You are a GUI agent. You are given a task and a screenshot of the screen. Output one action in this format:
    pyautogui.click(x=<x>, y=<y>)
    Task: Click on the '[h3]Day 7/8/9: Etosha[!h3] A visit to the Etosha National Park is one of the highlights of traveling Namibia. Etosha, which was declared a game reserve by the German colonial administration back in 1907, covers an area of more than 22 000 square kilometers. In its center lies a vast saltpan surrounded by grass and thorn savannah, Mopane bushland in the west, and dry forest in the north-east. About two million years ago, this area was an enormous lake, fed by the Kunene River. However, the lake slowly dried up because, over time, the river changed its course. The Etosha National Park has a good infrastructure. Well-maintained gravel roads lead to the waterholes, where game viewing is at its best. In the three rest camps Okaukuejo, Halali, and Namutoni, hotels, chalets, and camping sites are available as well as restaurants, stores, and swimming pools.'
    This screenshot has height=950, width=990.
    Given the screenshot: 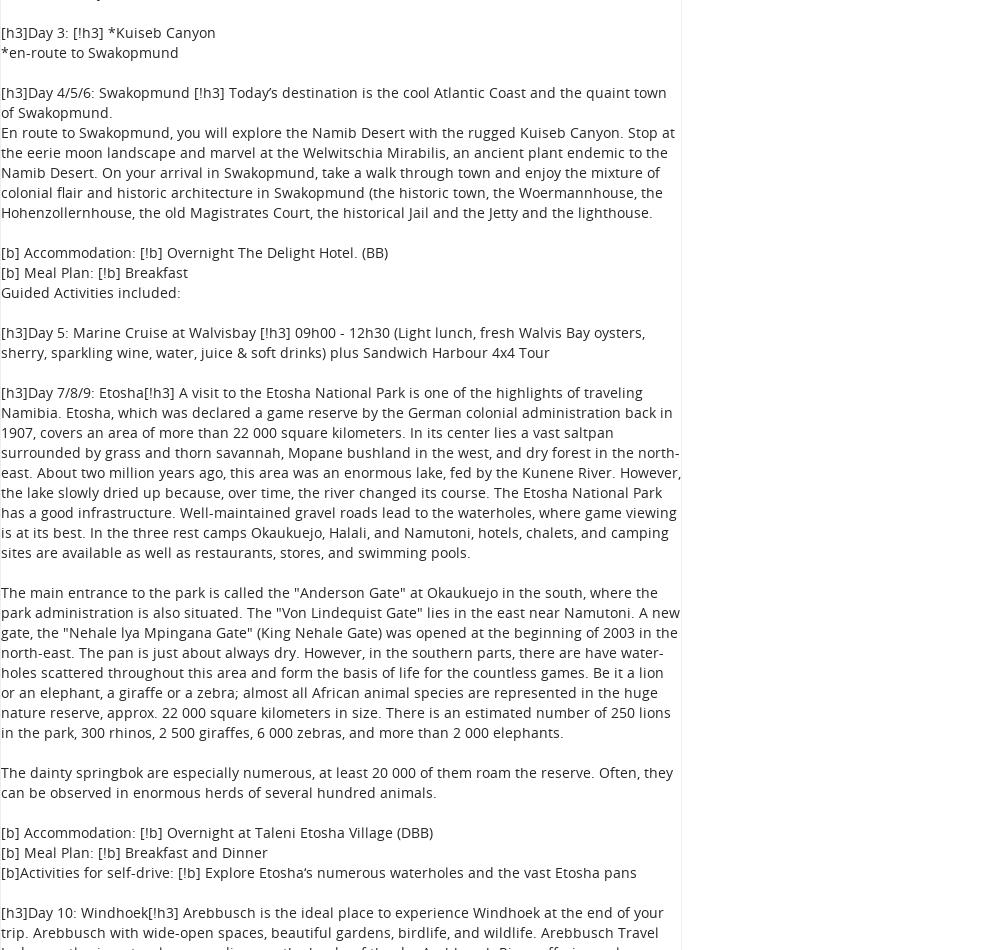 What is the action you would take?
    pyautogui.click(x=339, y=471)
    